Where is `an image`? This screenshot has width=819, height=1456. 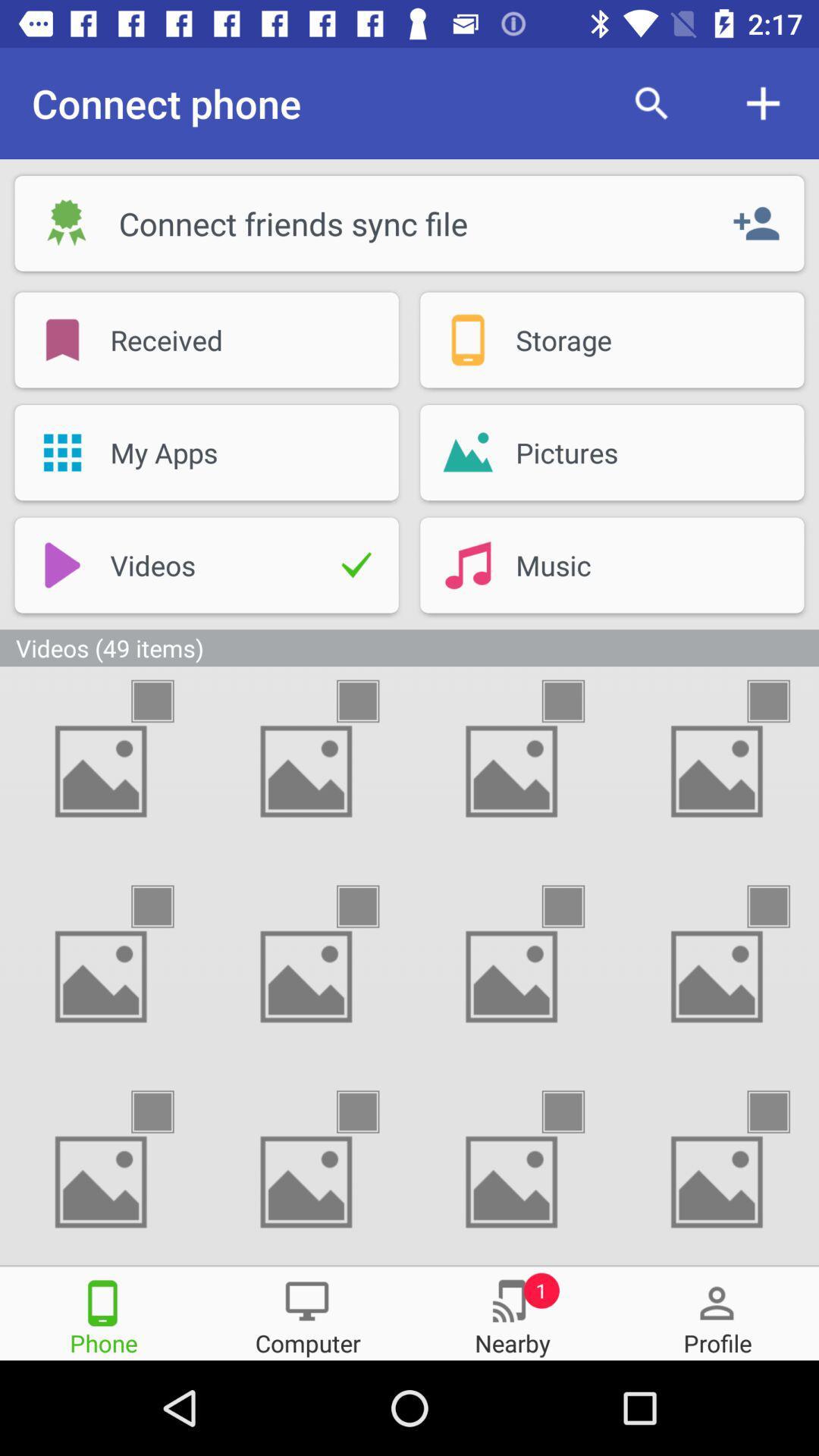
an image is located at coordinates (372, 1112).